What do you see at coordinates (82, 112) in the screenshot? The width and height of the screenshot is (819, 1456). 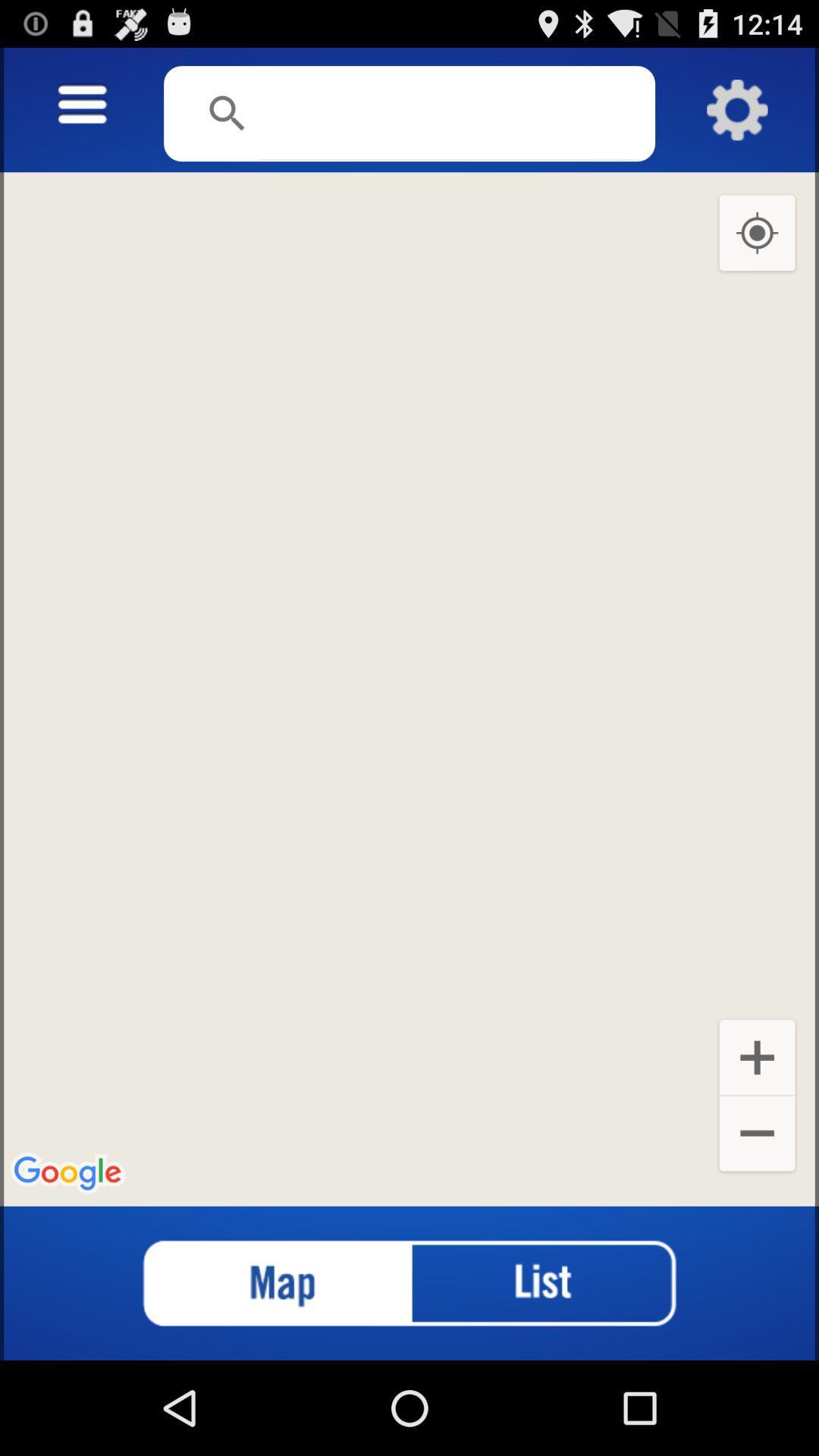 I see `the menu icon` at bounding box center [82, 112].